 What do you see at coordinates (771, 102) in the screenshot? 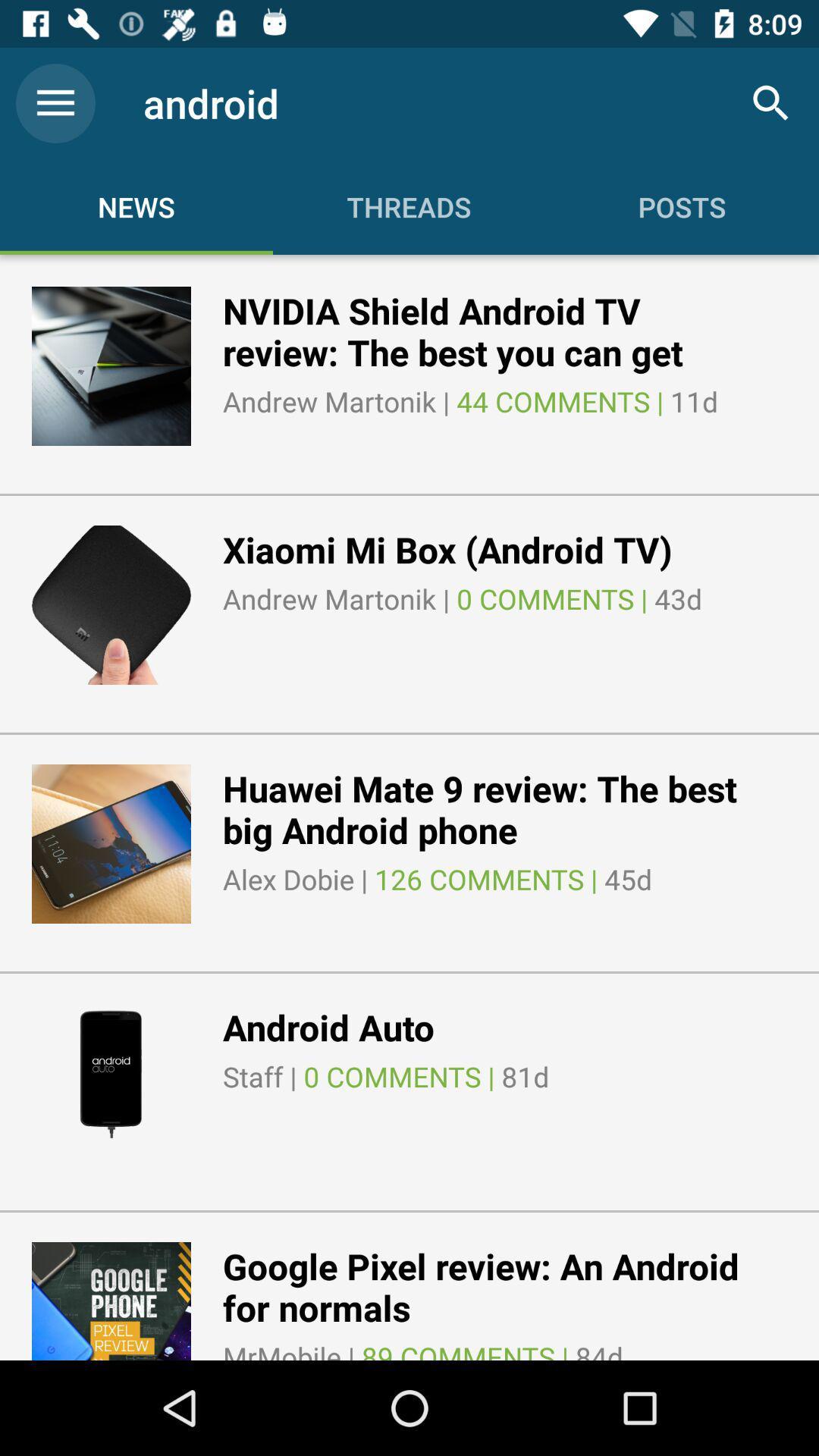
I see `the item above the posts icon` at bounding box center [771, 102].